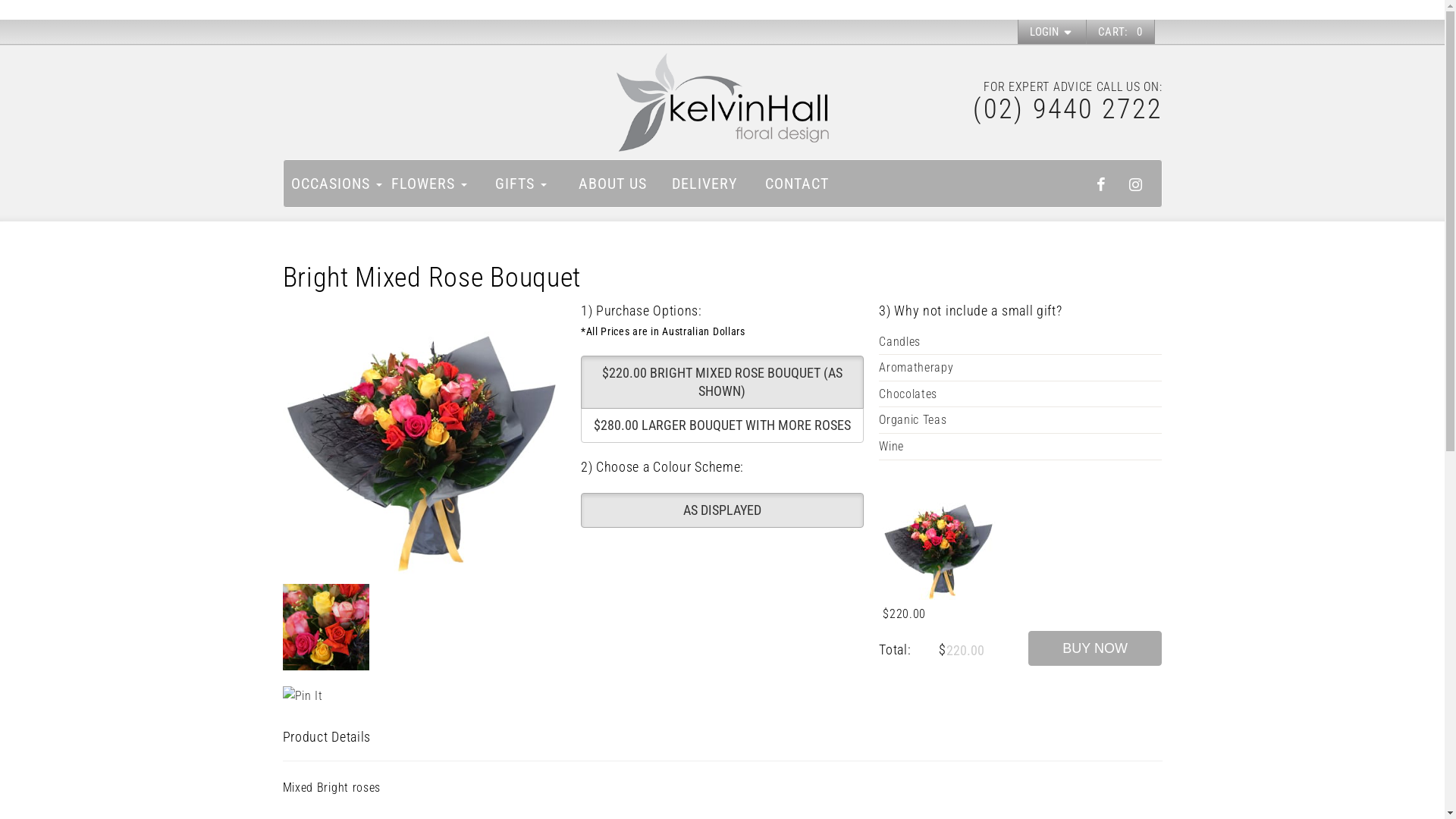 The image size is (1456, 819). What do you see at coordinates (1020, 368) in the screenshot?
I see `'Aromatherapy'` at bounding box center [1020, 368].